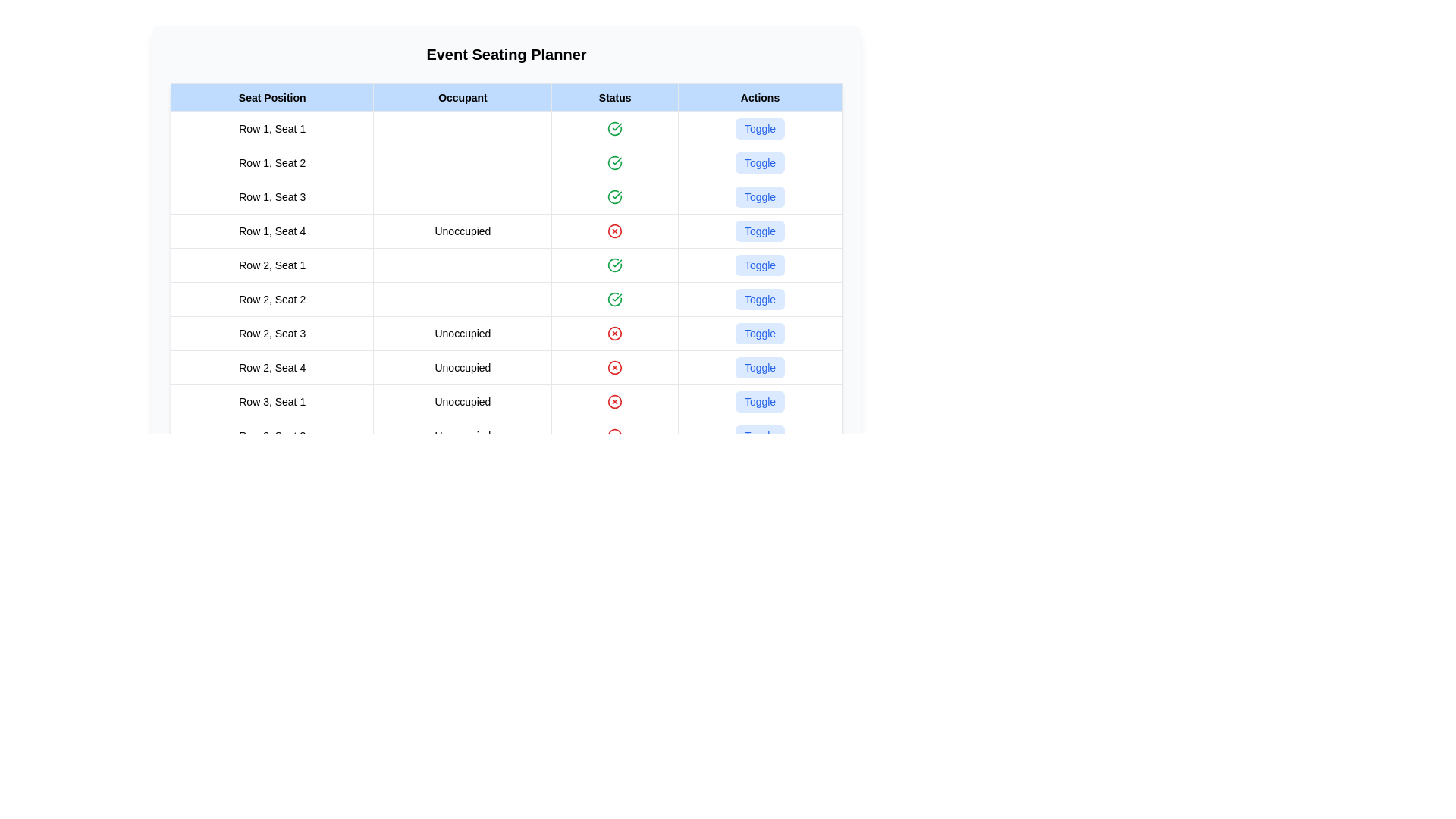  I want to click on the red circular icon with a white cross symbol in the 'Status' column of 'Row 3, Seat 1' to indicate a negative state, so click(615, 400).